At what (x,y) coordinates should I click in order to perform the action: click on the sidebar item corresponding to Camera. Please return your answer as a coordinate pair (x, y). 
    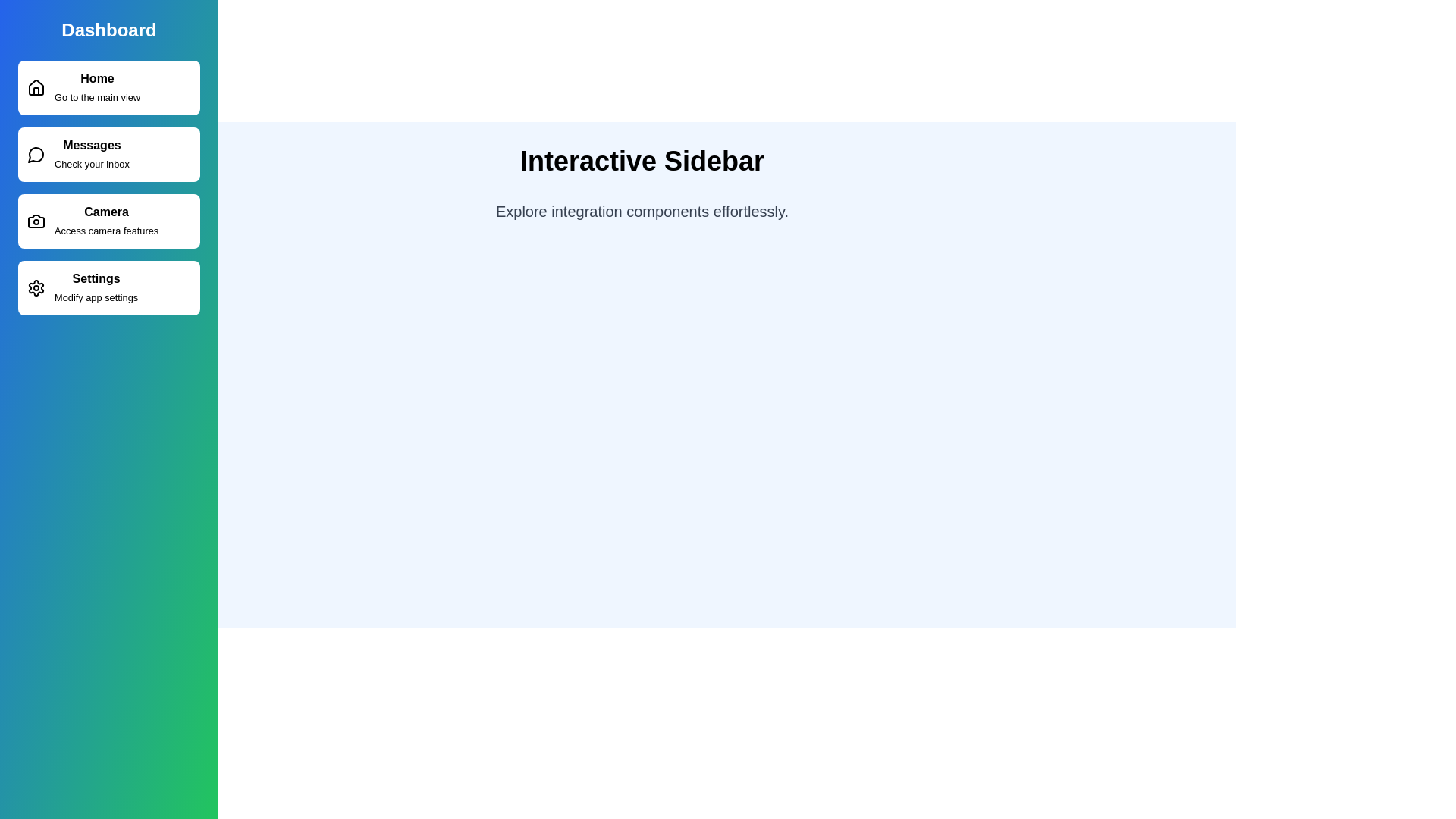
    Looking at the image, I should click on (108, 221).